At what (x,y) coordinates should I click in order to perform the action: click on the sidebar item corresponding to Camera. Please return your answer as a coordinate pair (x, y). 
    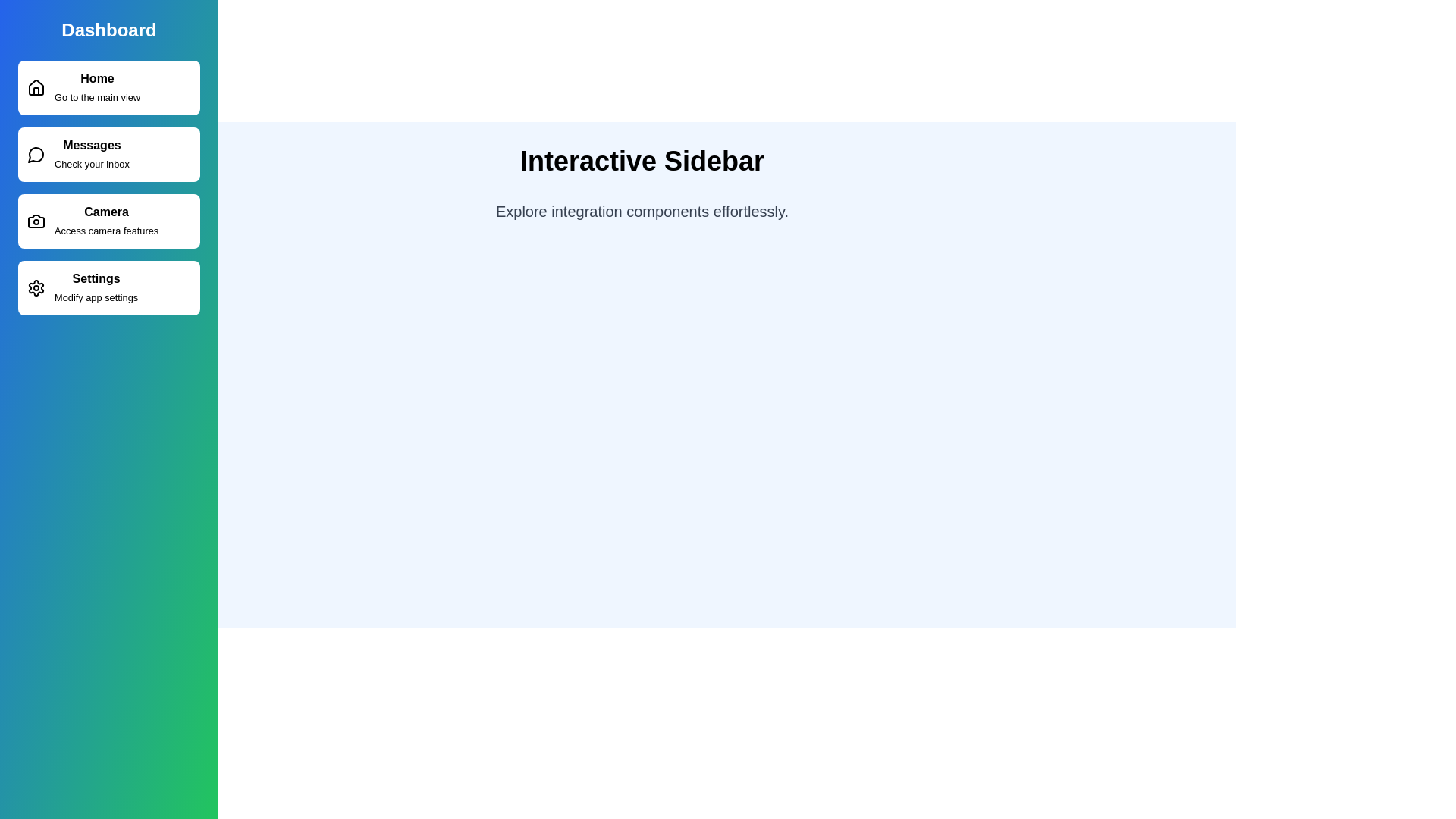
    Looking at the image, I should click on (108, 221).